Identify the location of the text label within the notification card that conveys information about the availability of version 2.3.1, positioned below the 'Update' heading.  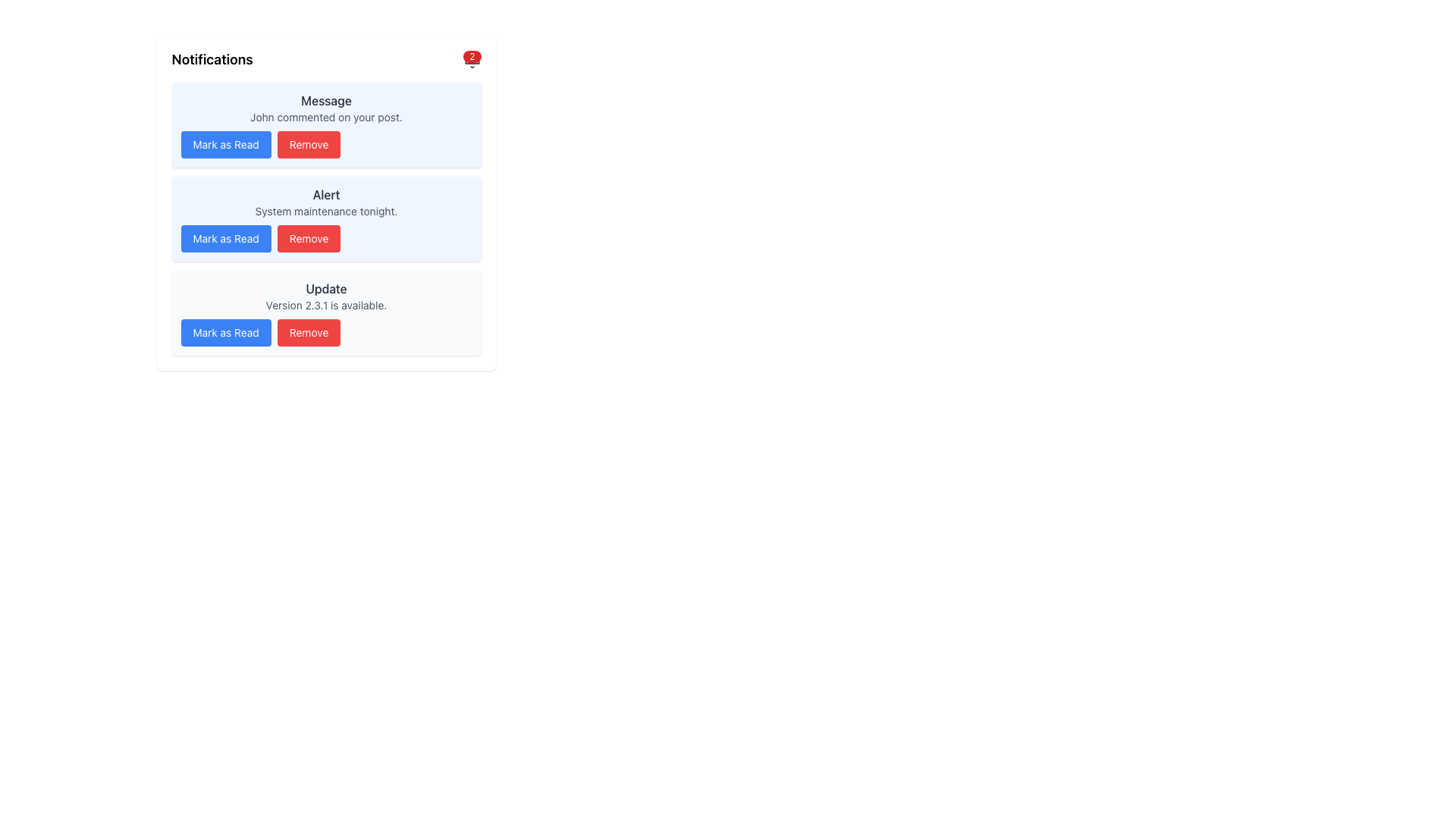
(325, 305).